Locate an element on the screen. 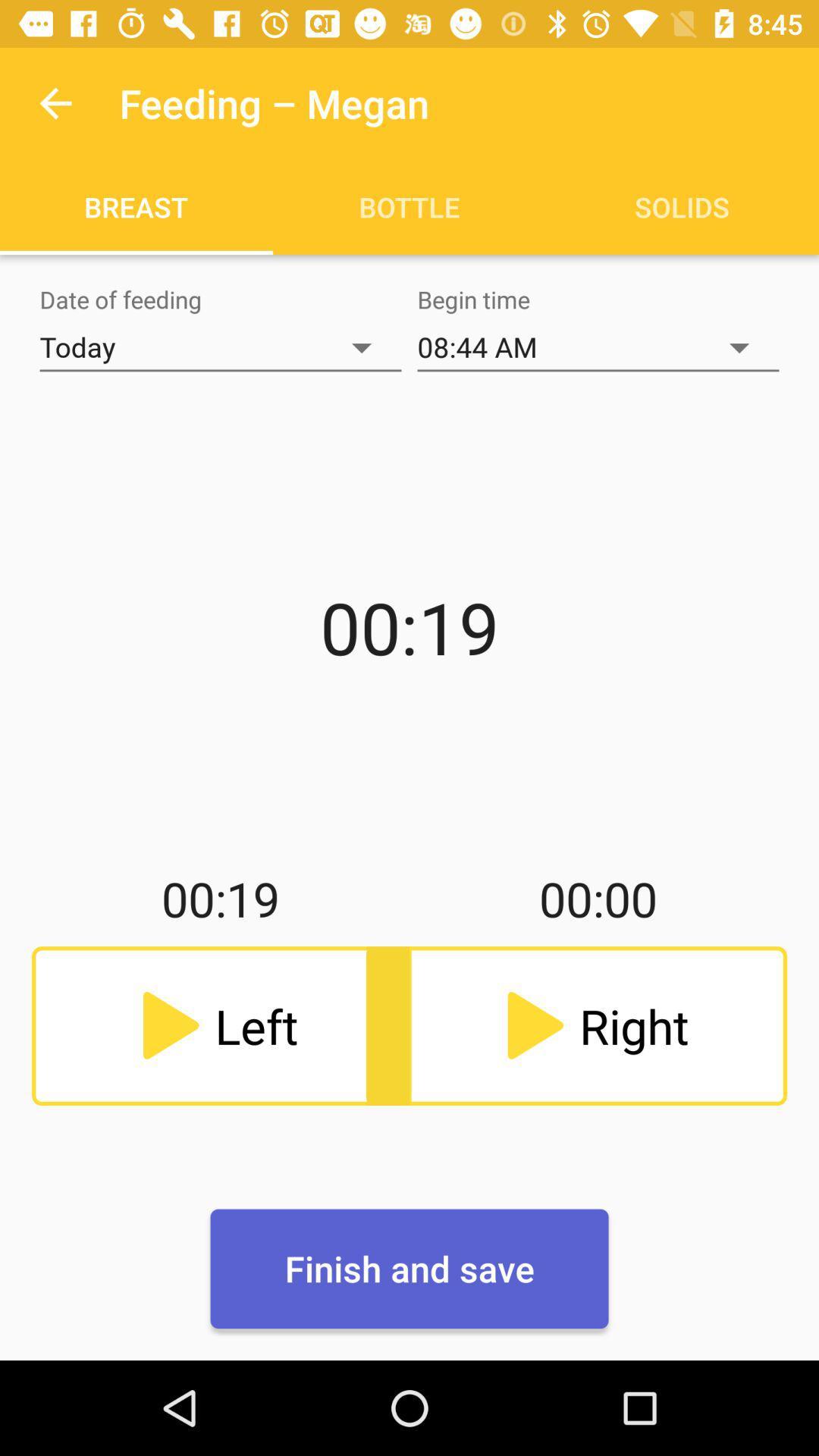 The width and height of the screenshot is (819, 1456). the 08:44 am item is located at coordinates (598, 347).